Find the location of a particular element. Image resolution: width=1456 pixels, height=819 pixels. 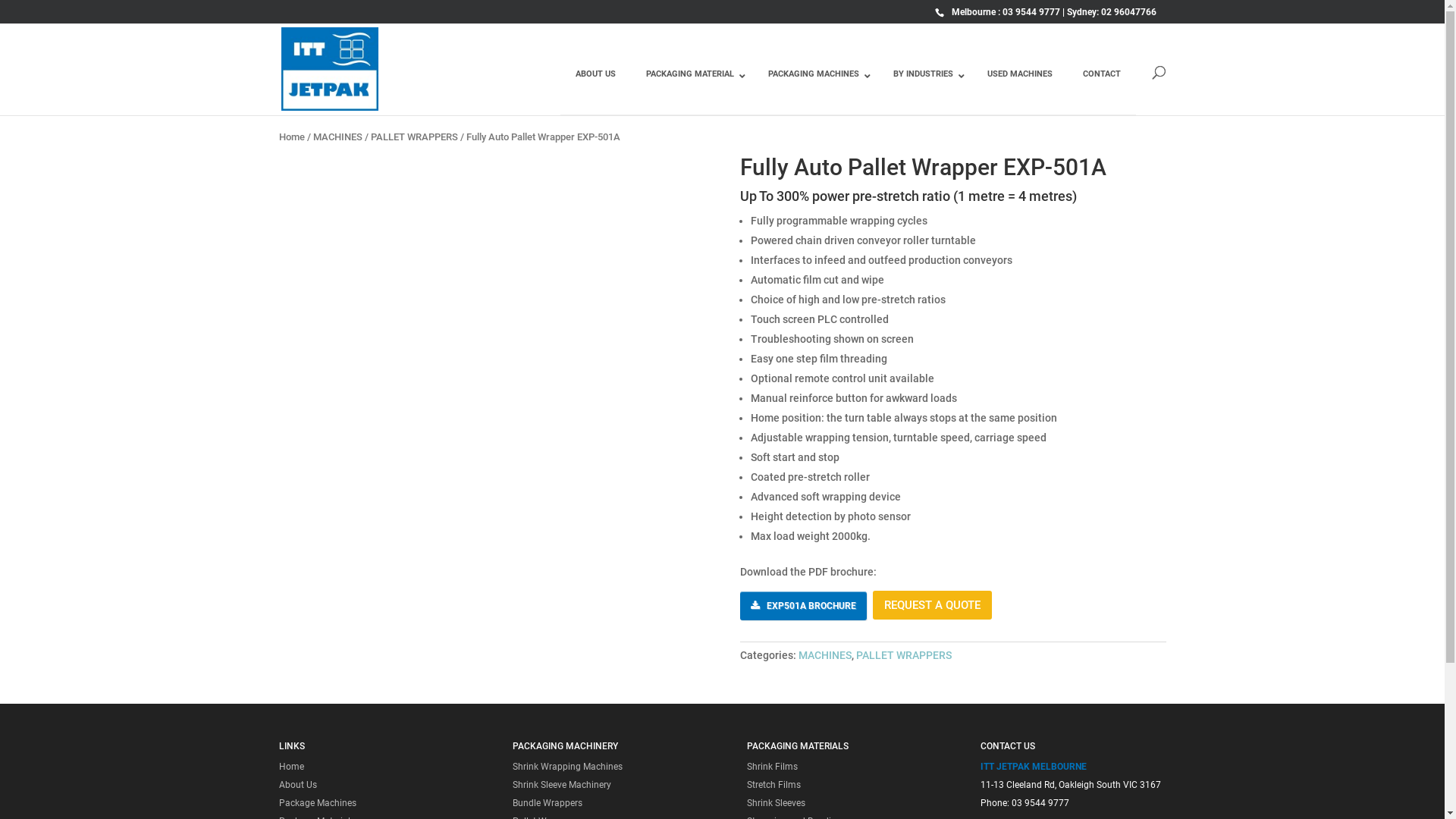

'Shrink Wrapping Machines' is located at coordinates (566, 766).